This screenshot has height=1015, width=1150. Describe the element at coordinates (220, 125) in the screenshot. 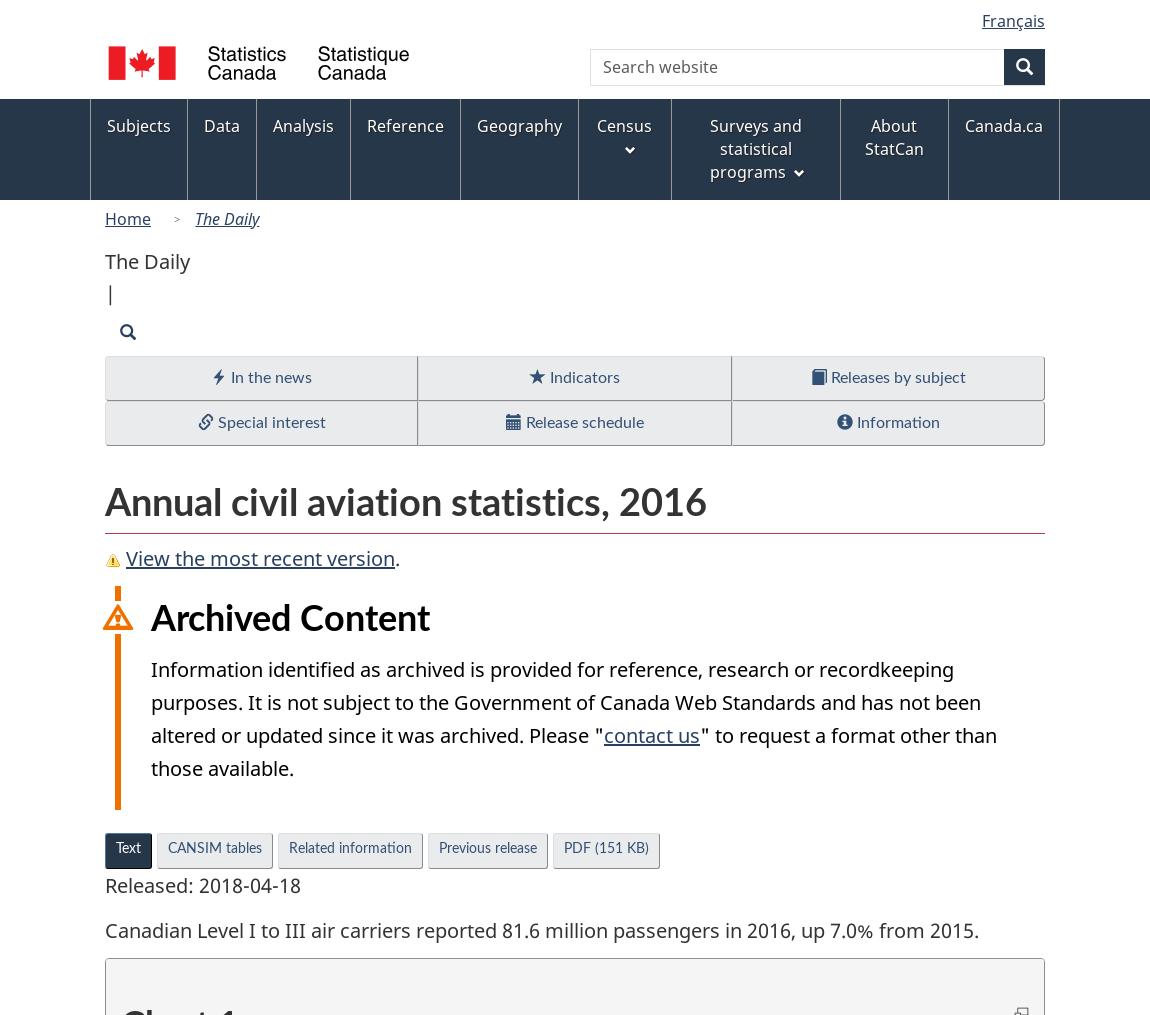

I see `'Data'` at that location.